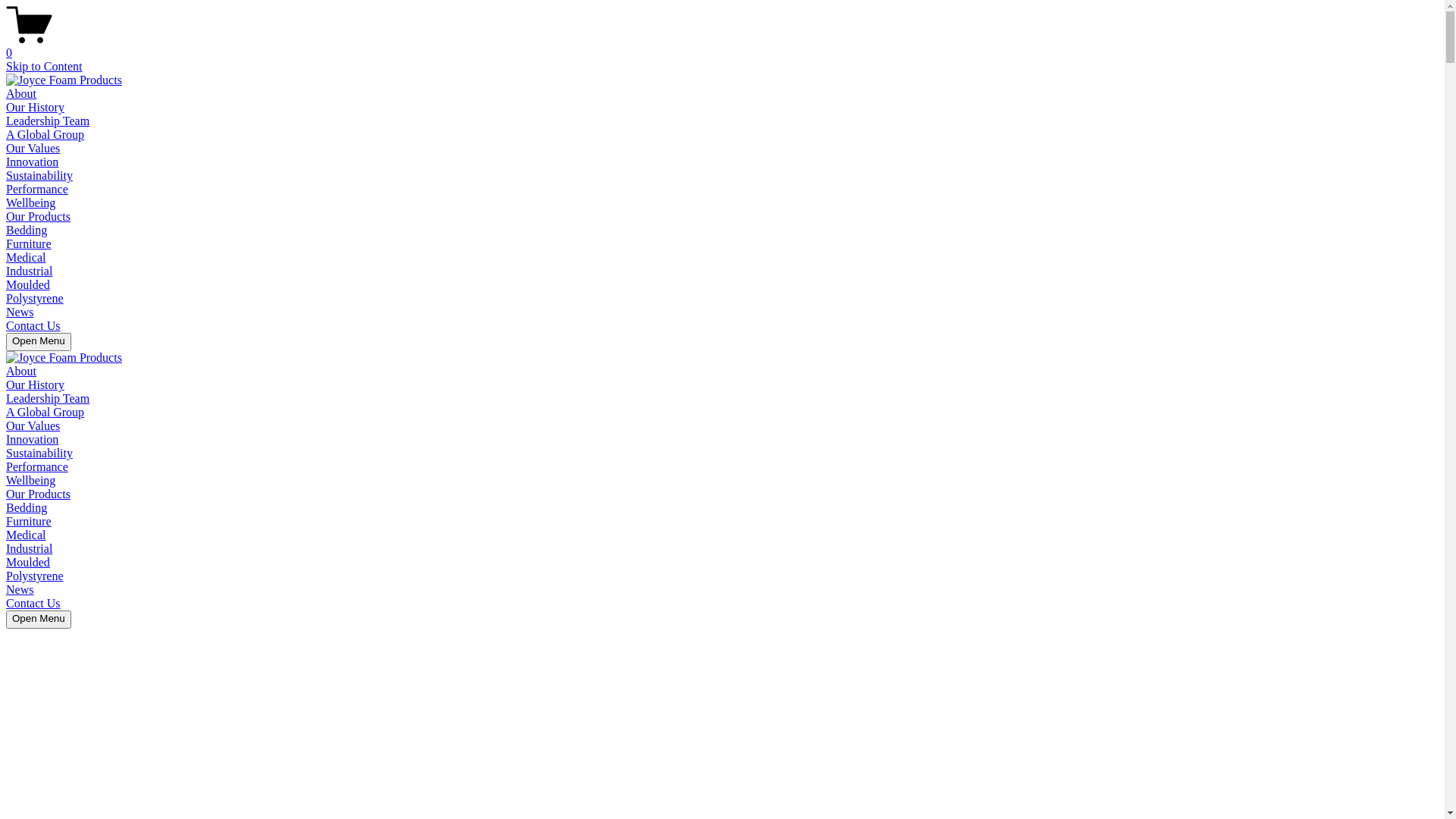 This screenshot has width=1456, height=819. I want to click on 'Our Products', so click(38, 494).